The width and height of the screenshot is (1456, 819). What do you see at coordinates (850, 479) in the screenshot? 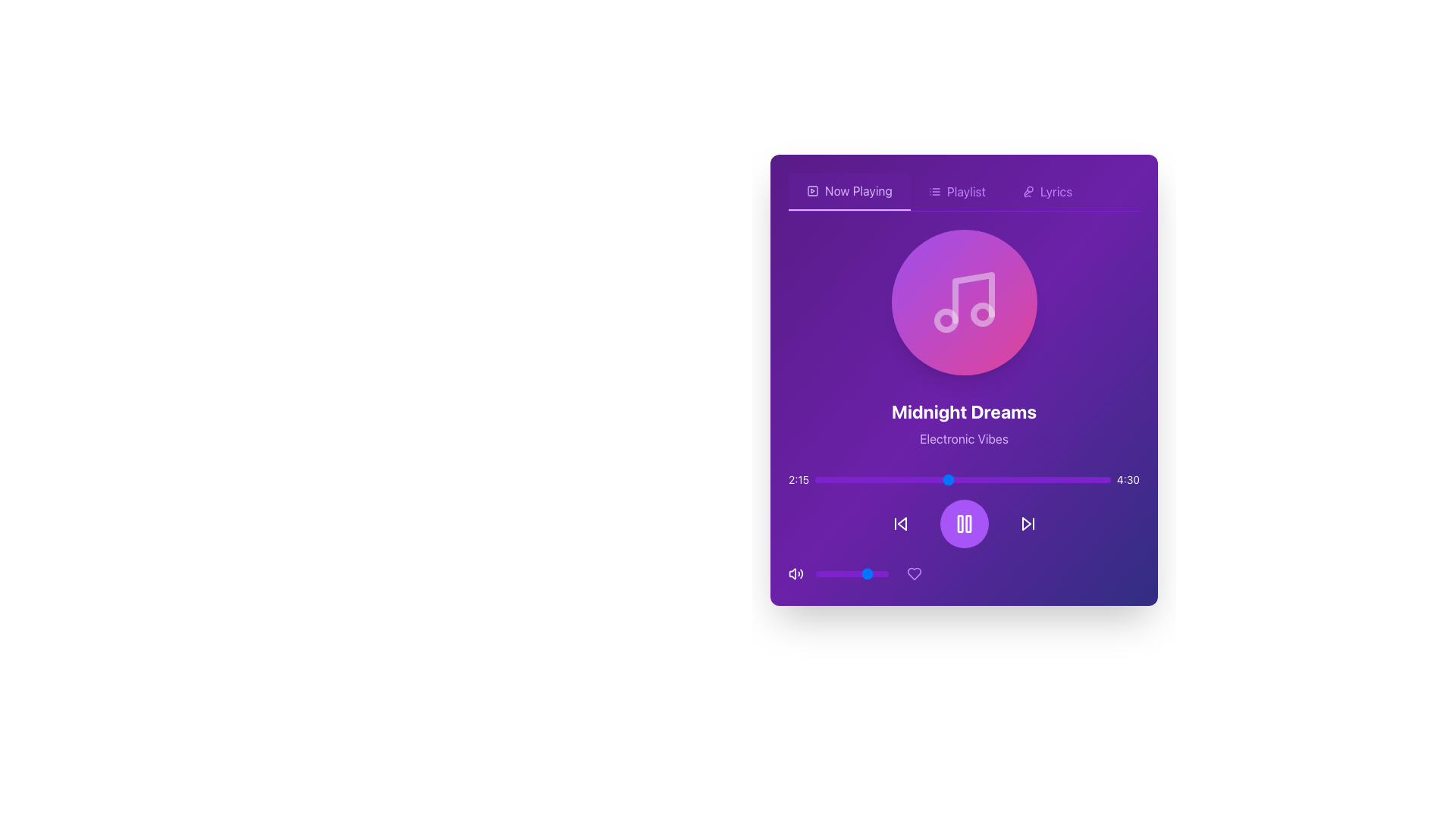
I see `progress` at bounding box center [850, 479].